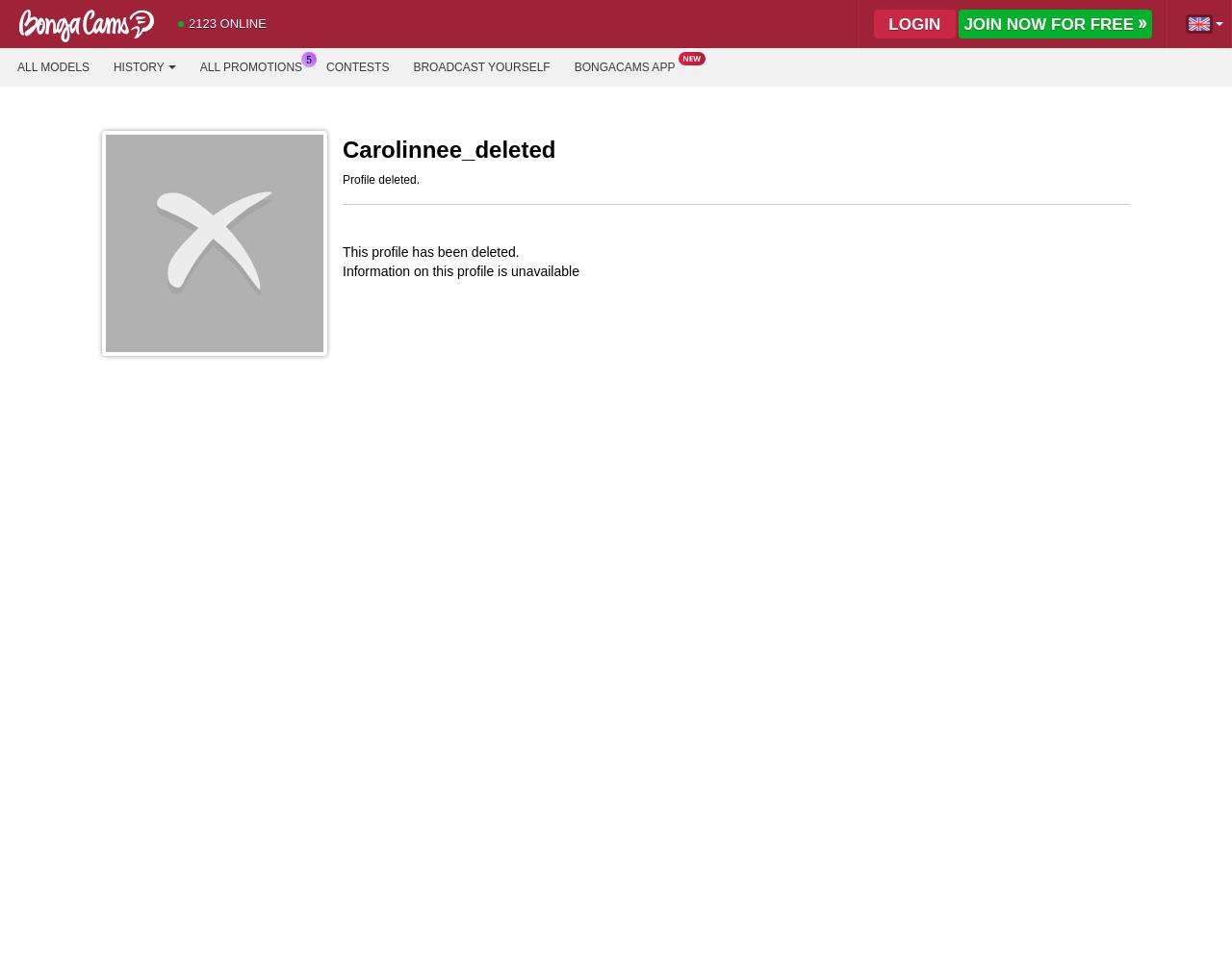 This screenshot has height=962, width=1232. Describe the element at coordinates (137, 66) in the screenshot. I see `'History'` at that location.